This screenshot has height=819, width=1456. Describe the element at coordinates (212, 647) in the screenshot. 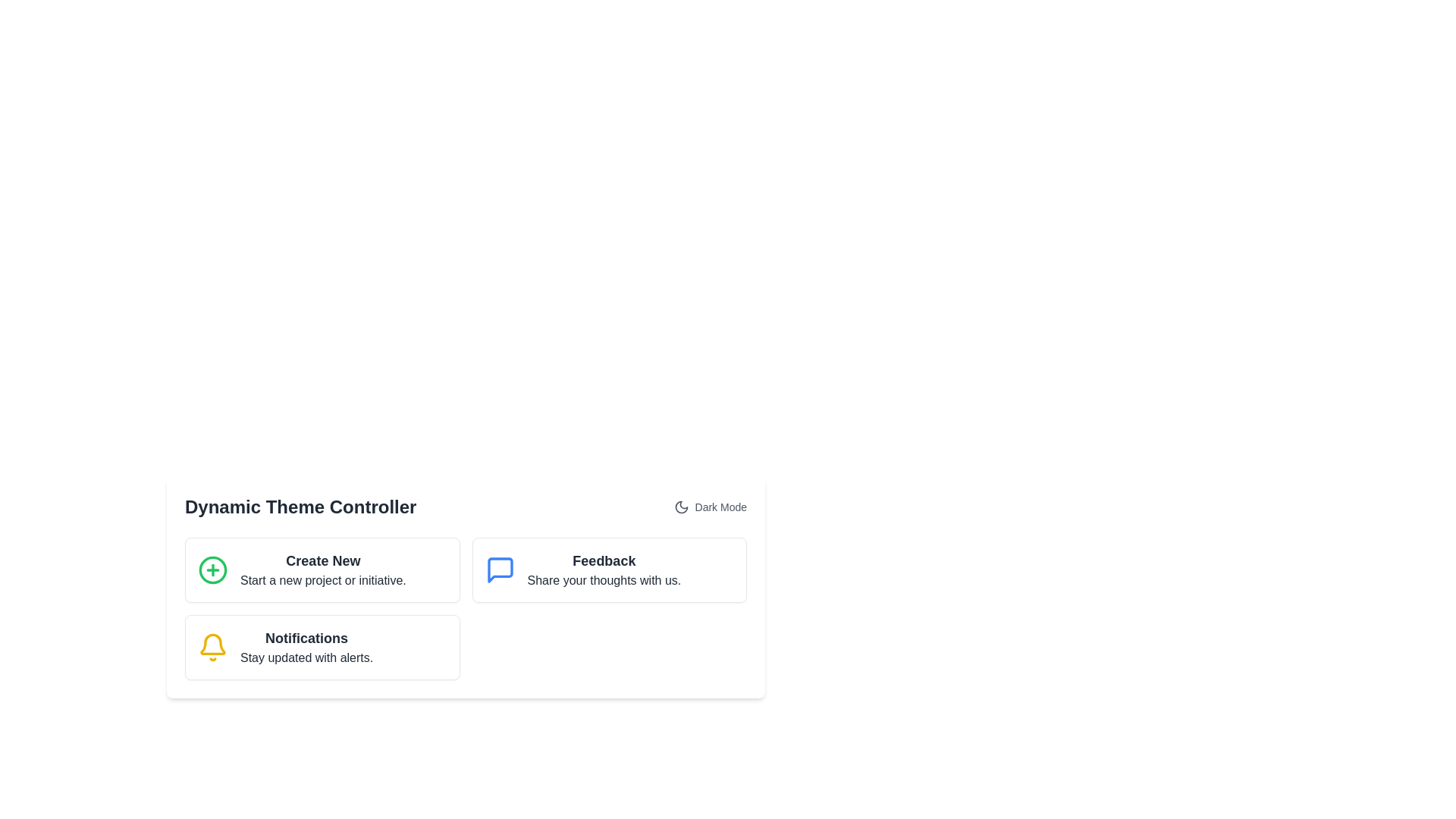

I see `the yellow bell icon representing notifications, located in the lower-left corner of the layout within the 'Dynamic Theme Controller' section` at that location.